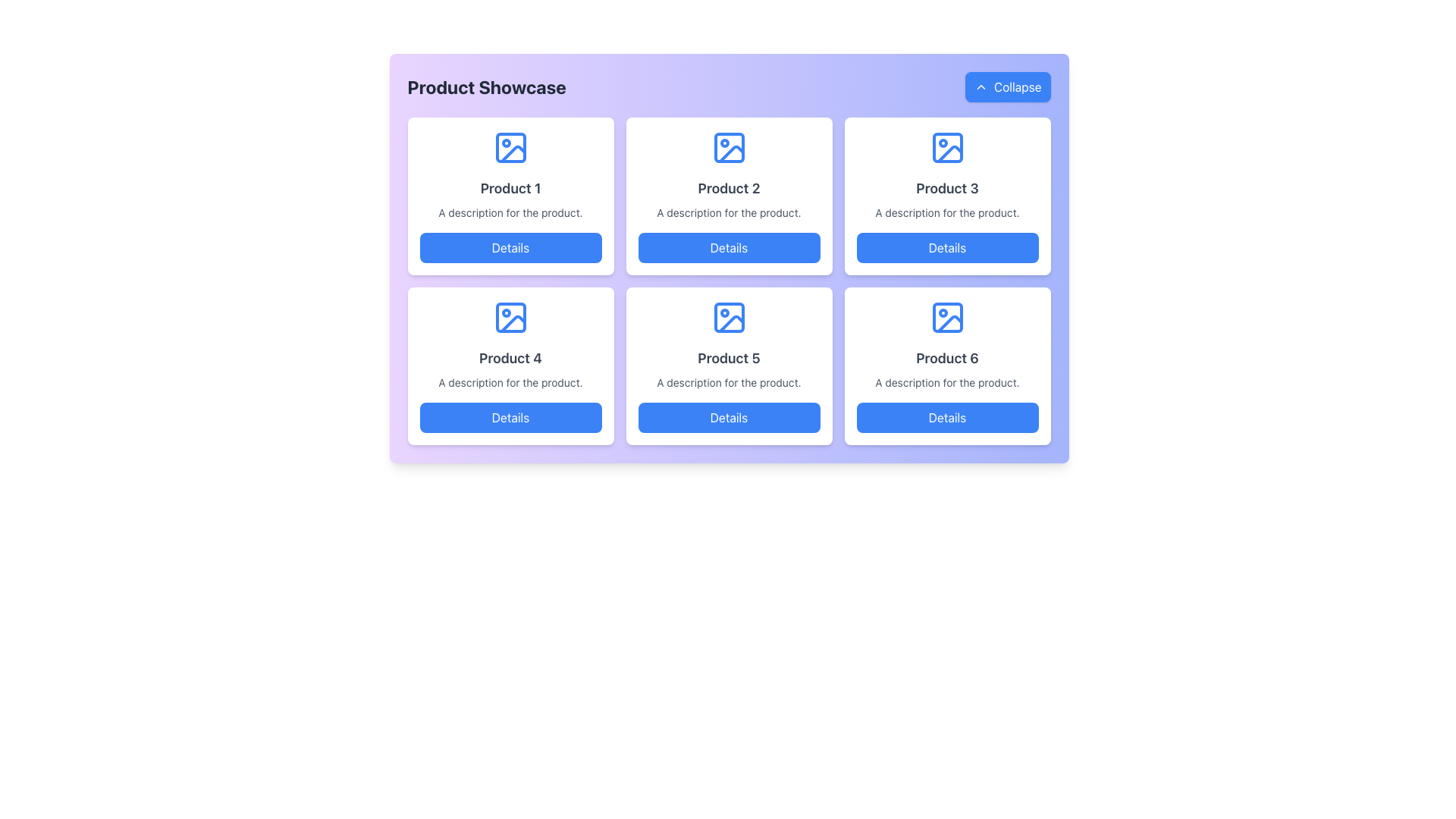  I want to click on the description text for 'Product 3', located below the title and above the 'Details' button, so click(946, 213).